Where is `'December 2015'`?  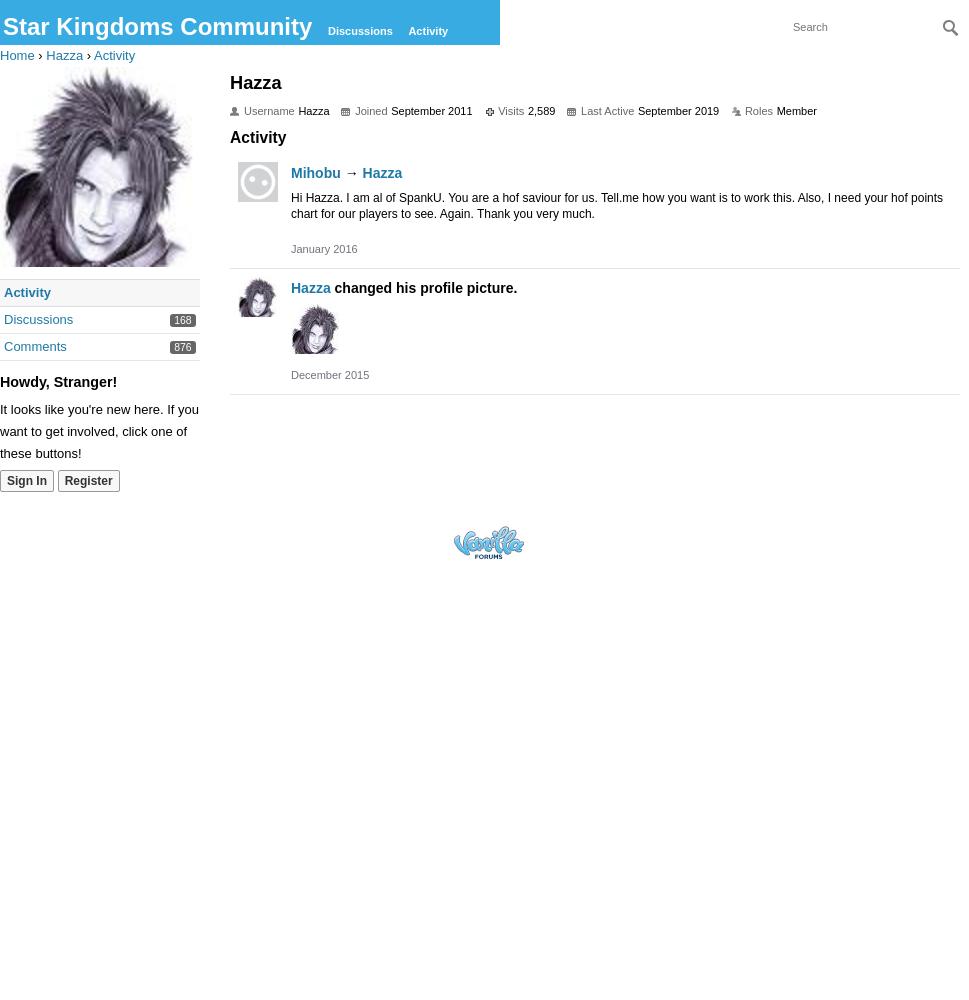
'December 2015' is located at coordinates (329, 375).